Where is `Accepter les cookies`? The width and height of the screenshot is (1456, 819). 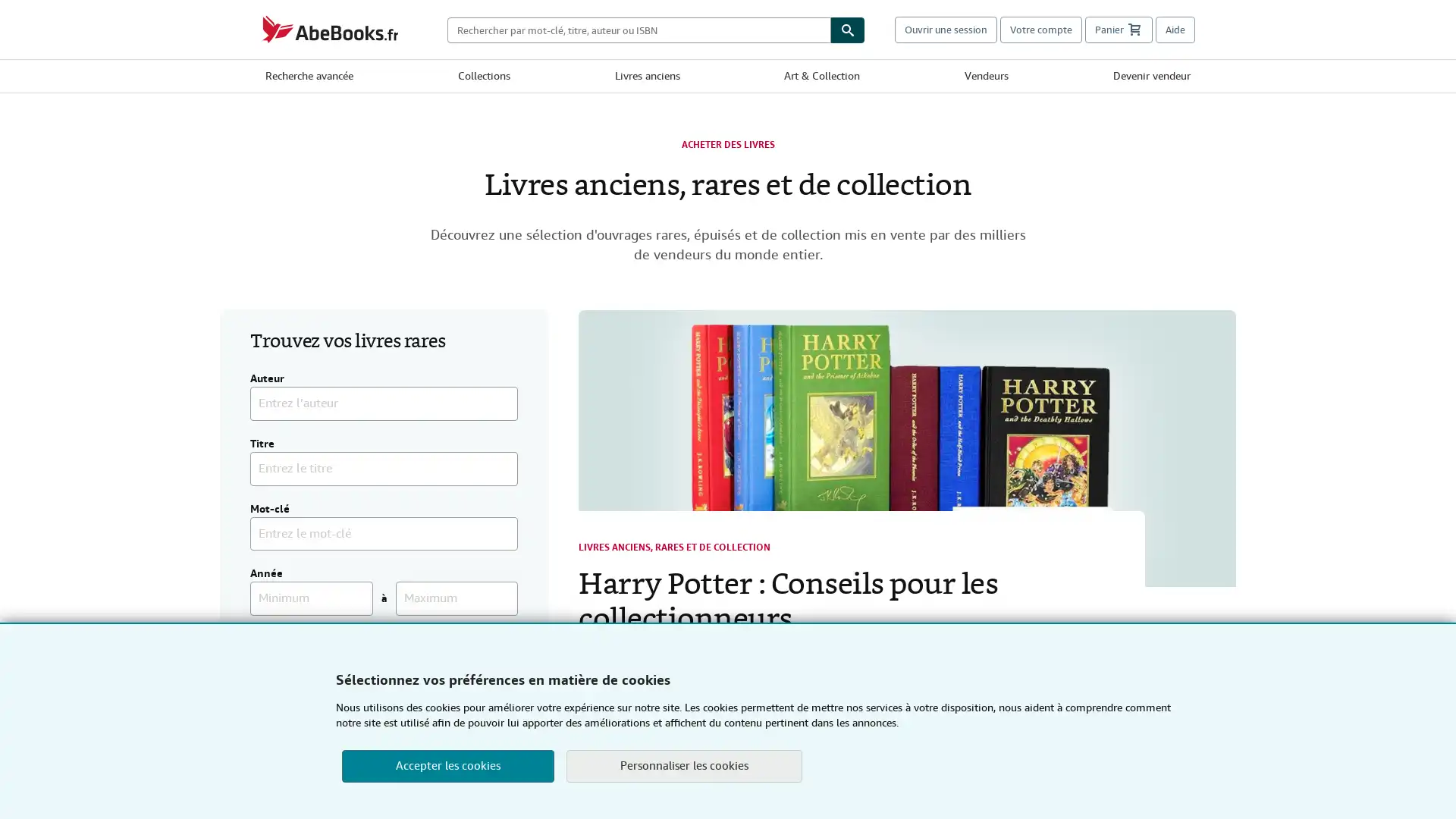
Accepter les cookies is located at coordinates (447, 766).